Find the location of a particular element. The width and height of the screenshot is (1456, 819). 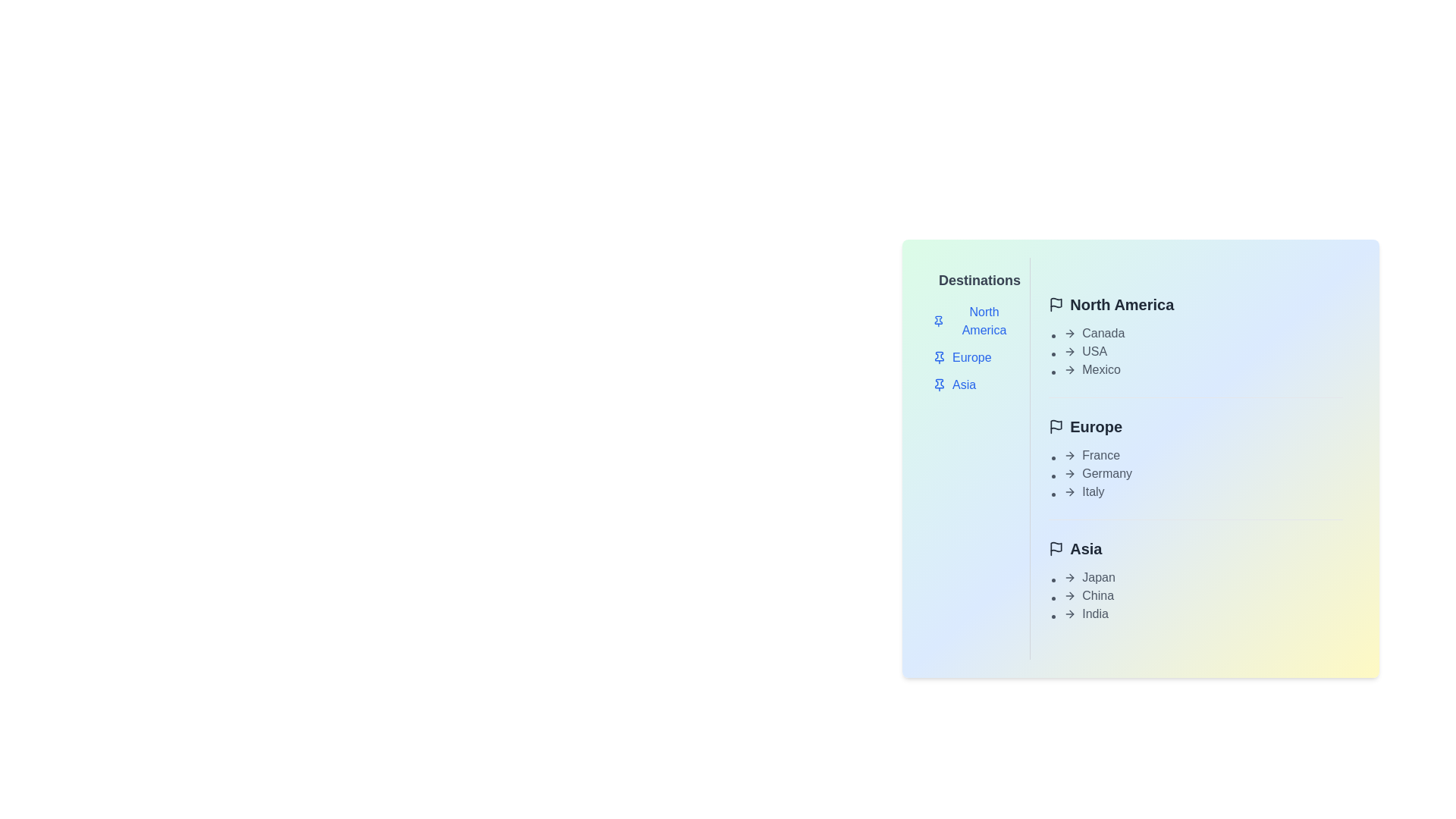

the North America icon, which serves as a visual identifier for the North America section, positioned to the left of the text 'North America' is located at coordinates (1056, 304).